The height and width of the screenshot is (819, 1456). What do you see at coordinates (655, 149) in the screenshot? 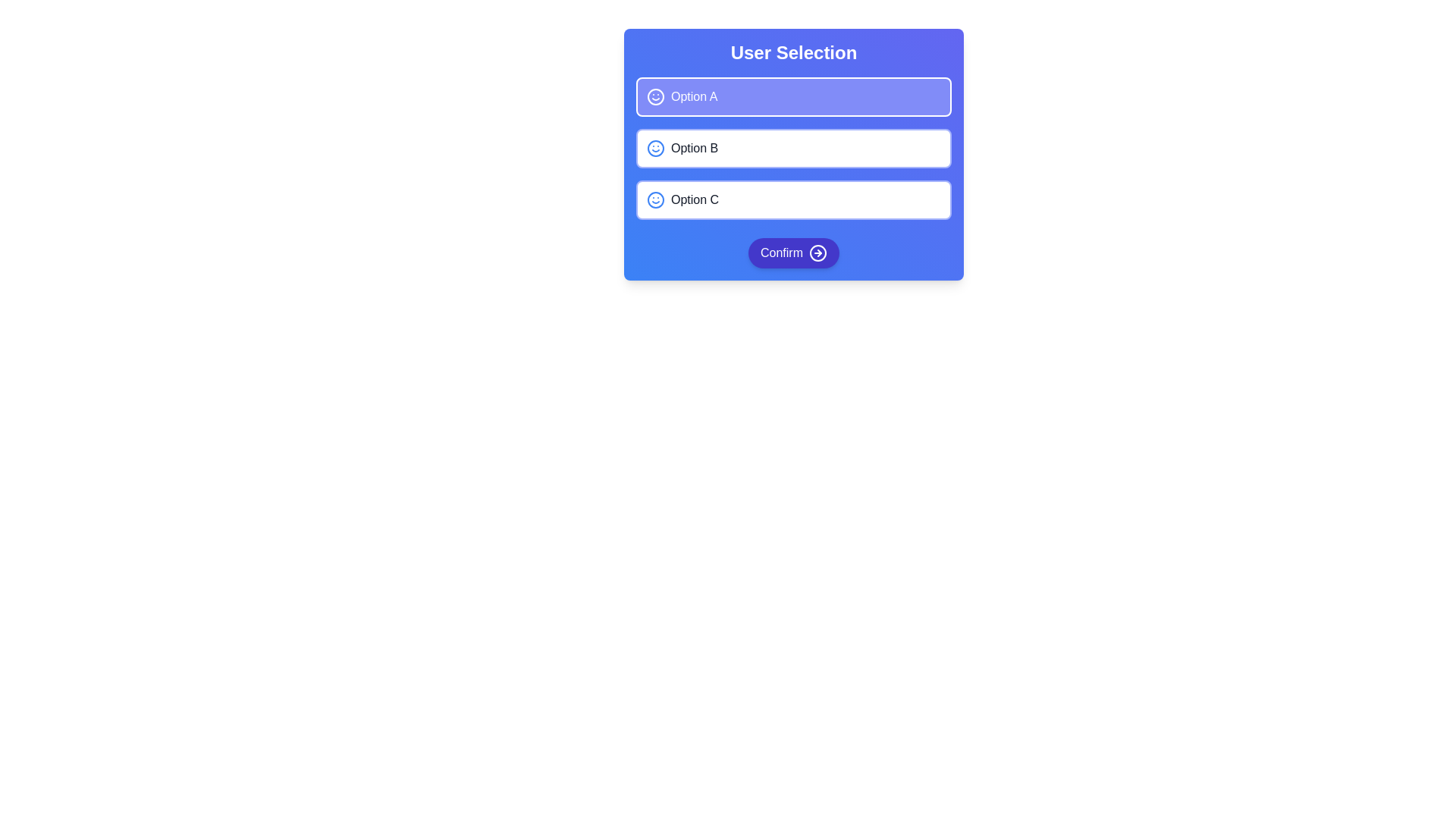
I see `the 'Option B' selection icon in the 'User Selection' interface, which provides a graphical cue for this option` at bounding box center [655, 149].